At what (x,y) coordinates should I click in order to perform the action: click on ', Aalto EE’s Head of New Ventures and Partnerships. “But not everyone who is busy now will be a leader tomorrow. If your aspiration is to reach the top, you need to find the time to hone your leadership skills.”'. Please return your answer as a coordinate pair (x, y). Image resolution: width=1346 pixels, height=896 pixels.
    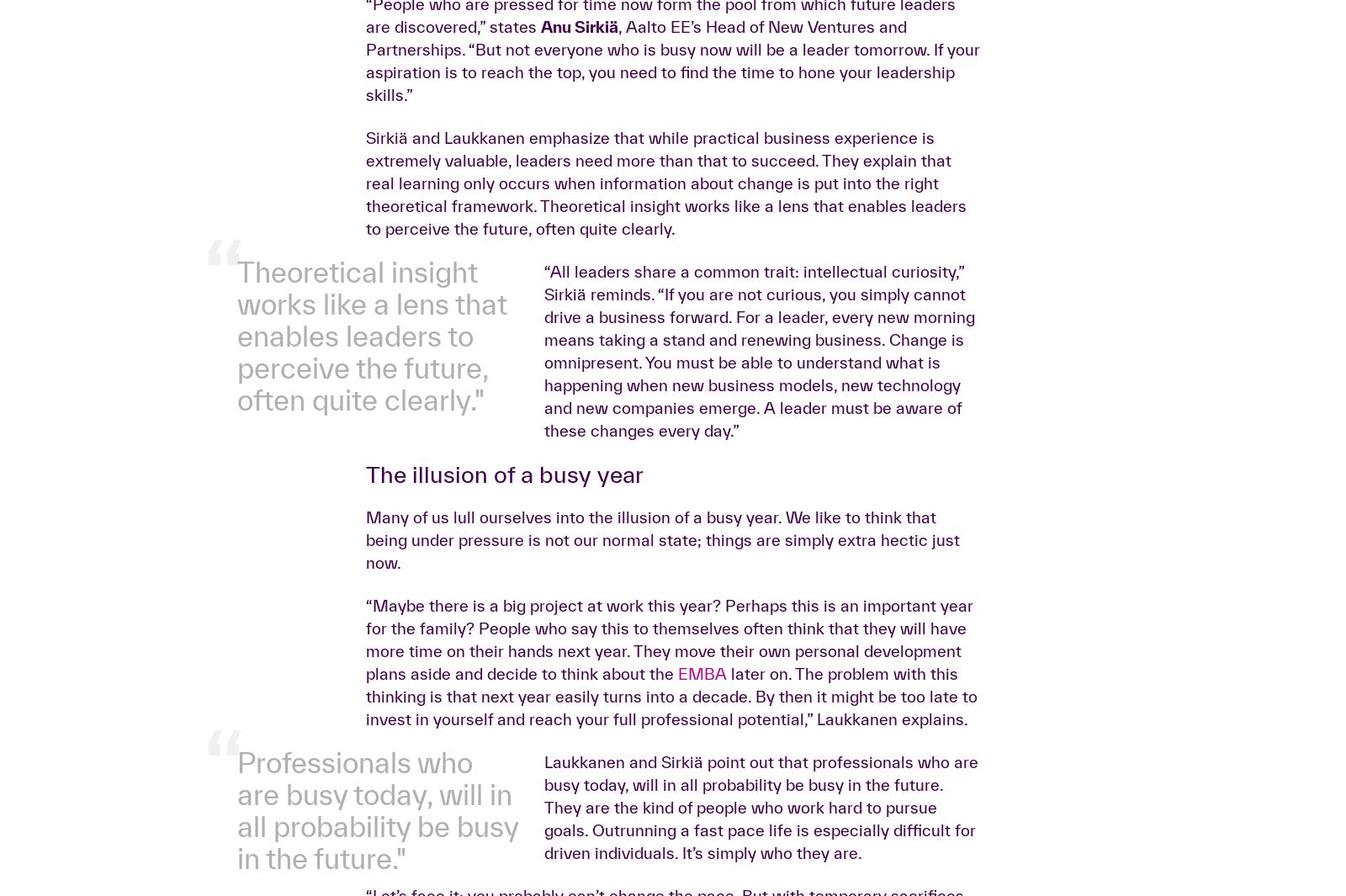
    Looking at the image, I should click on (365, 325).